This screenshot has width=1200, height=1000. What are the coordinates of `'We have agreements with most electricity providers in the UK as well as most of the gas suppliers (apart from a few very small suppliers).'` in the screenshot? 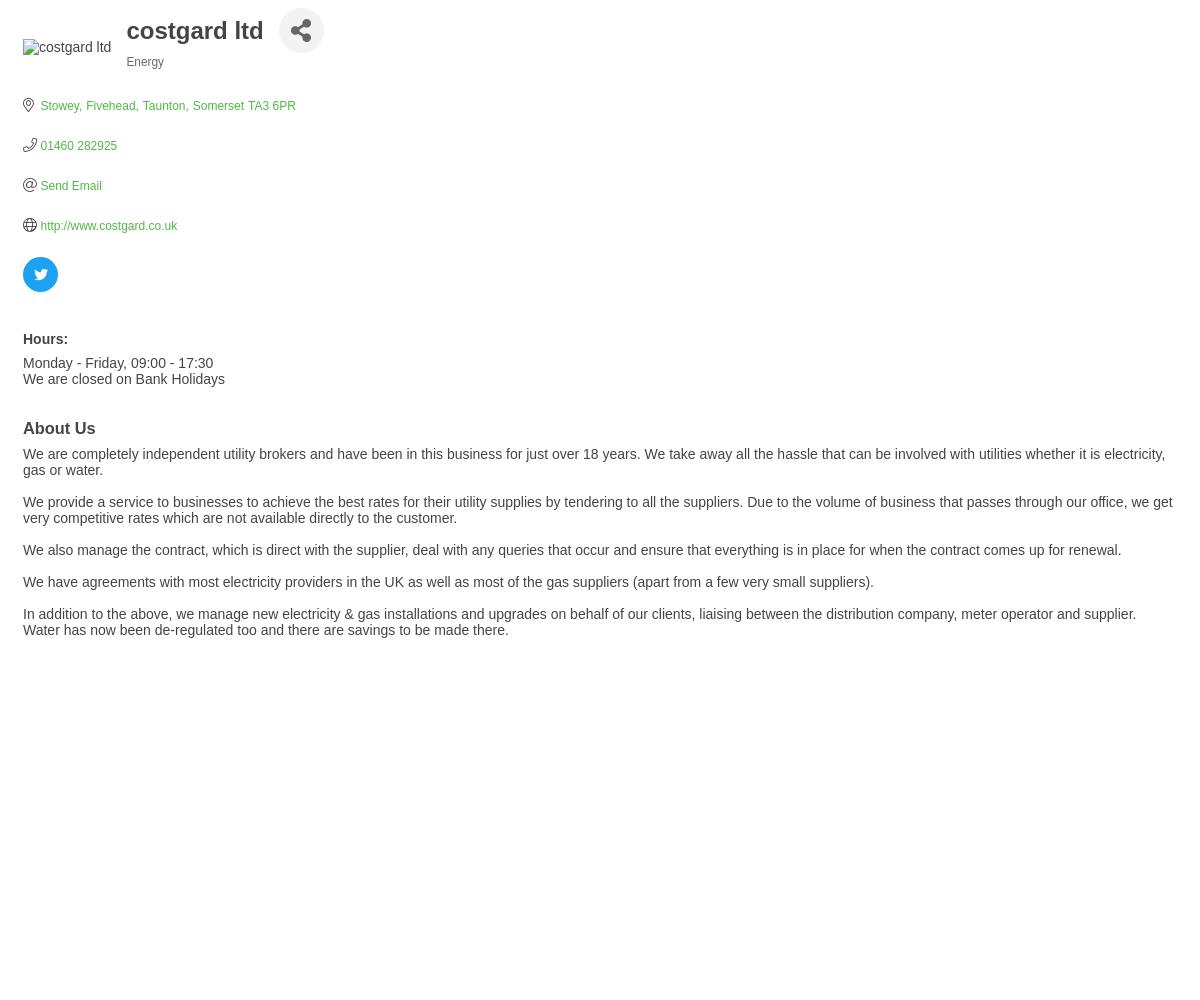 It's located at (447, 581).